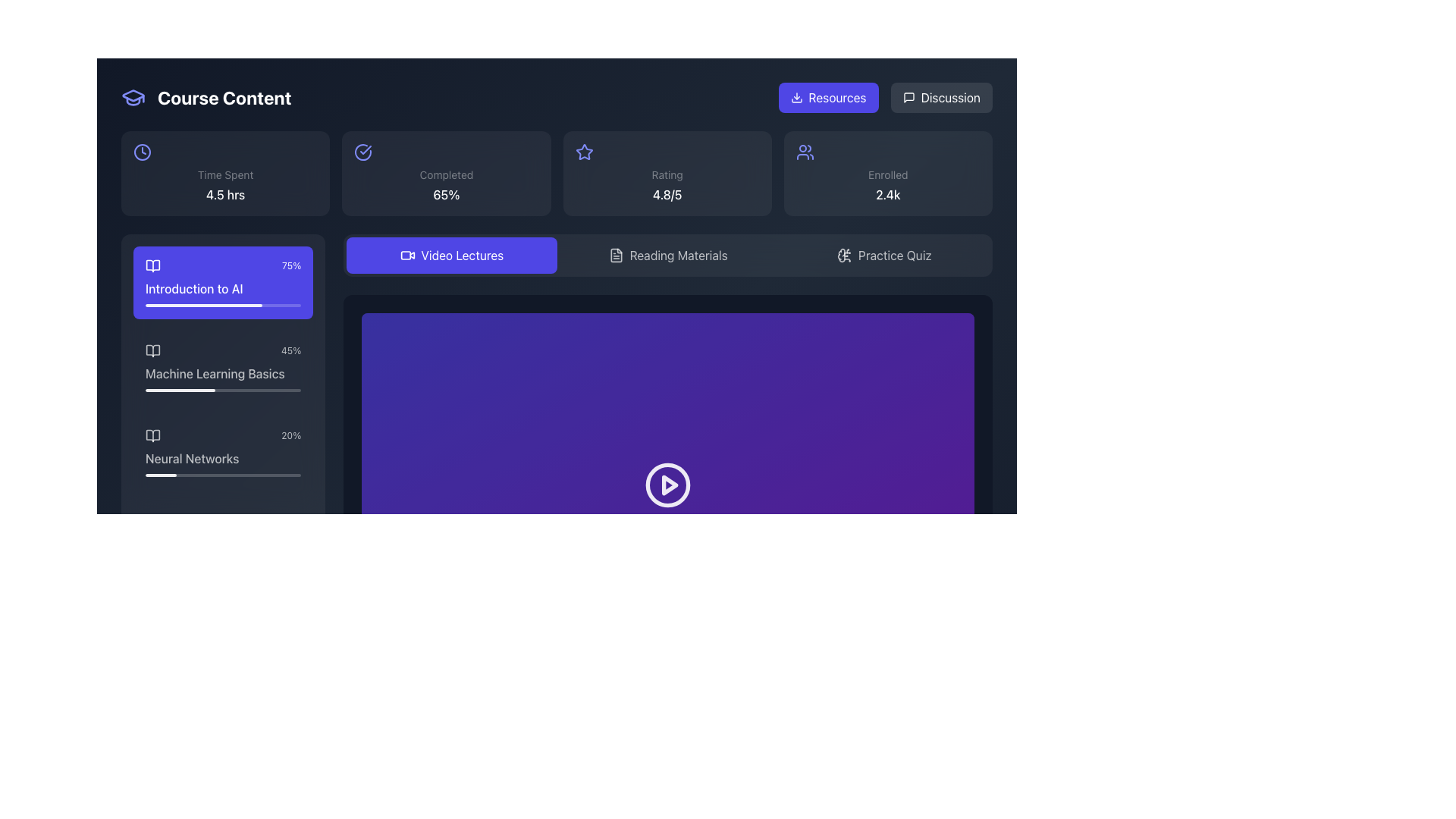 This screenshot has width=1456, height=819. I want to click on the Information Widget displaying the icon of users, the text 'Enrolled', and the number '2.4k', located at the top-right corner of the grid layout, adjacent to the 'Rating' widget, so click(888, 172).